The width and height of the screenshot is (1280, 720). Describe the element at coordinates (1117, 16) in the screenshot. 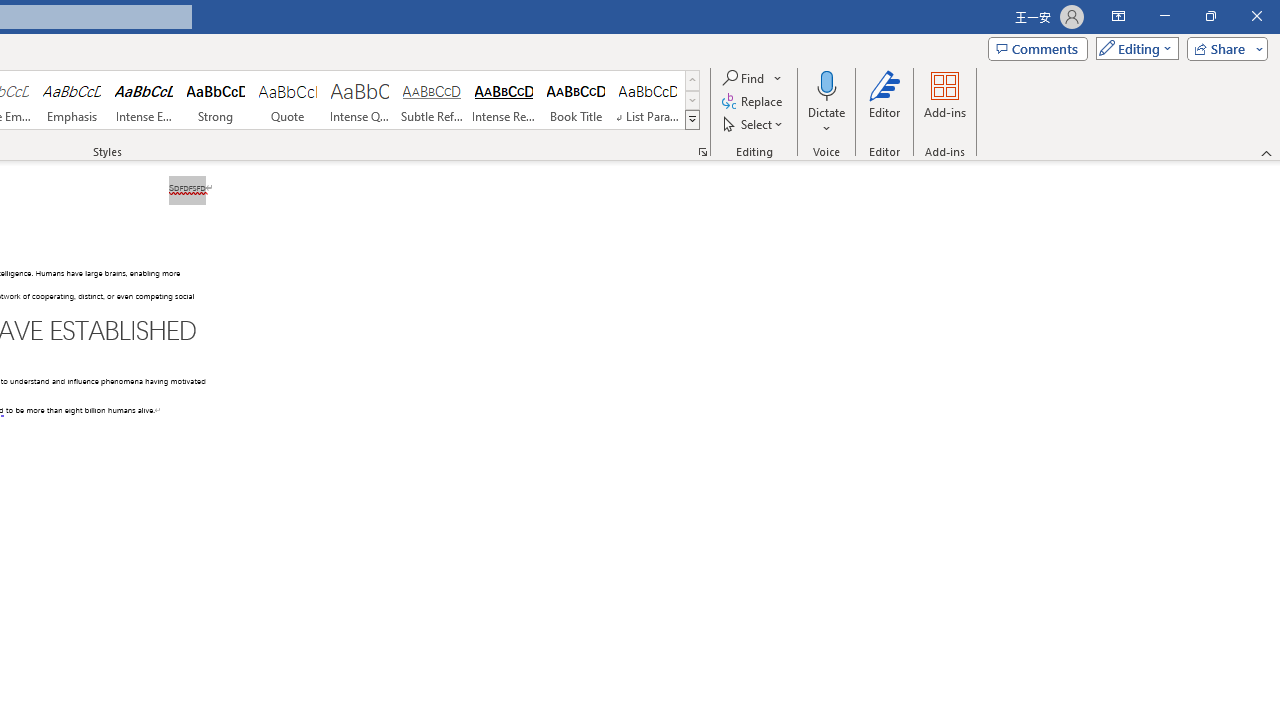

I see `'Ribbon Display Options'` at that location.